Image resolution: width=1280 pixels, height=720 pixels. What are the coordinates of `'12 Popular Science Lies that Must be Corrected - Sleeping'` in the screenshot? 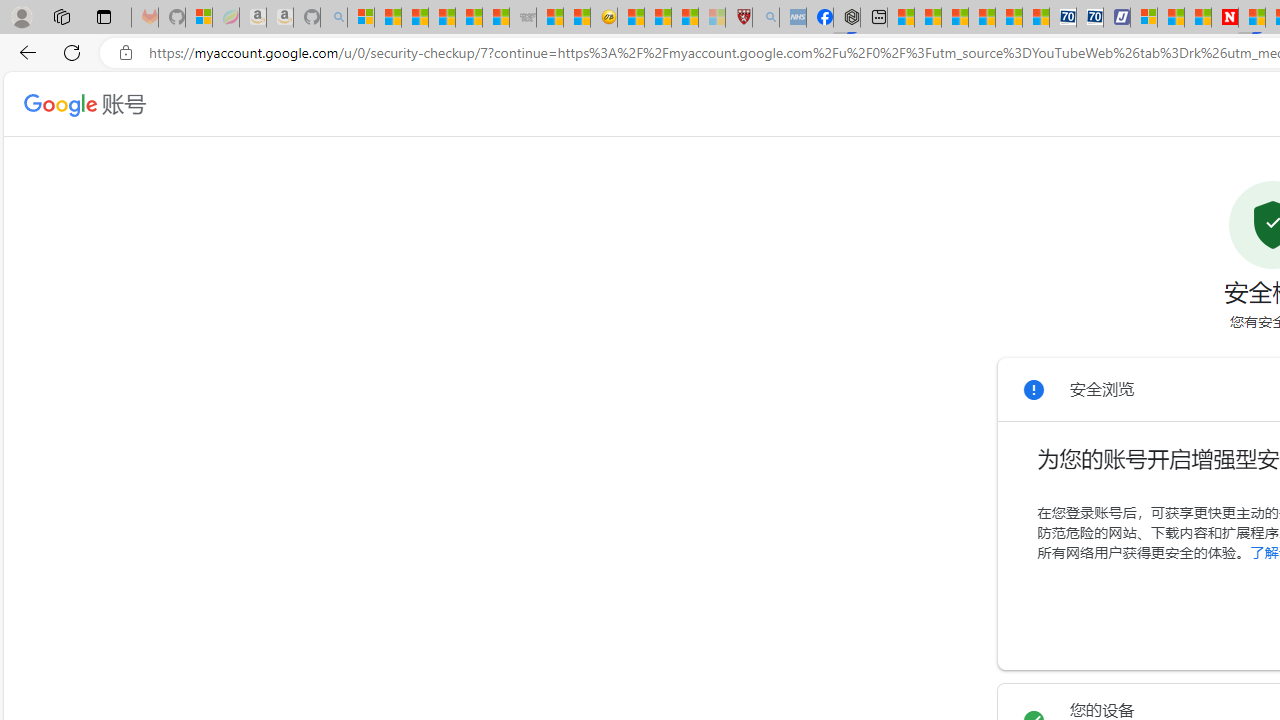 It's located at (711, 17).